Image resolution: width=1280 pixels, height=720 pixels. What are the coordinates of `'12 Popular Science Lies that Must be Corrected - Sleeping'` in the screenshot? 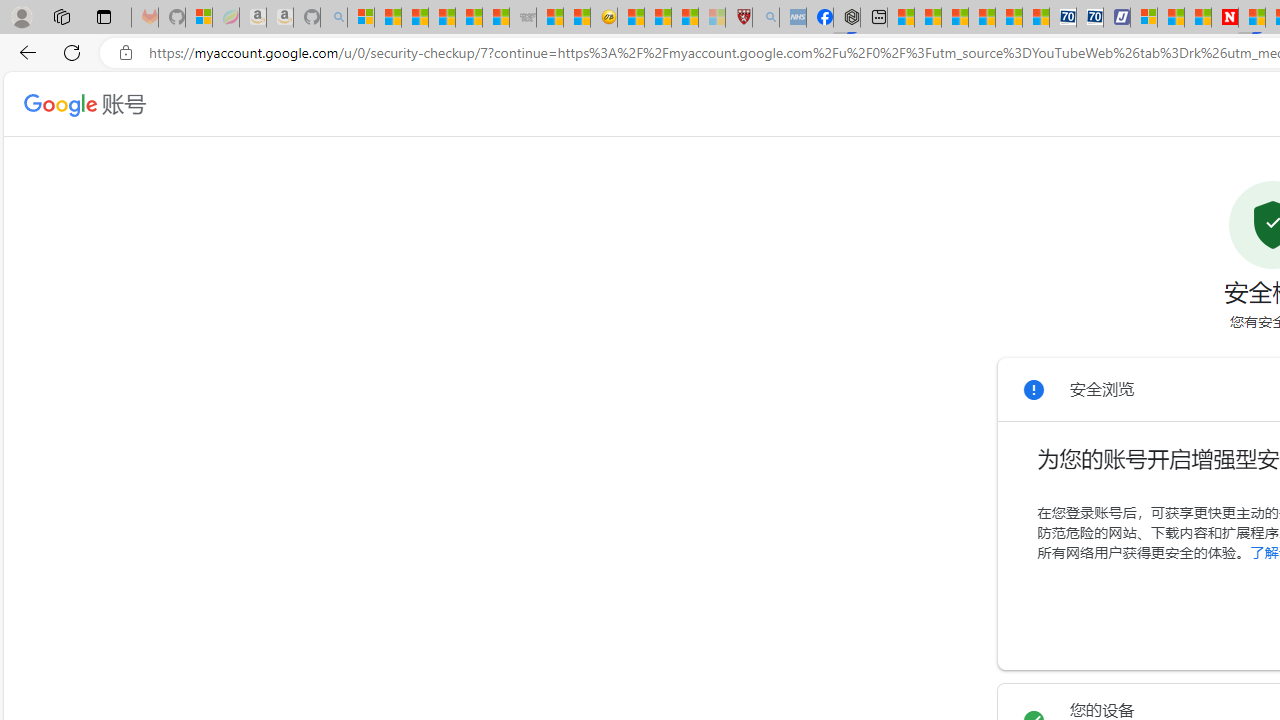 It's located at (711, 17).